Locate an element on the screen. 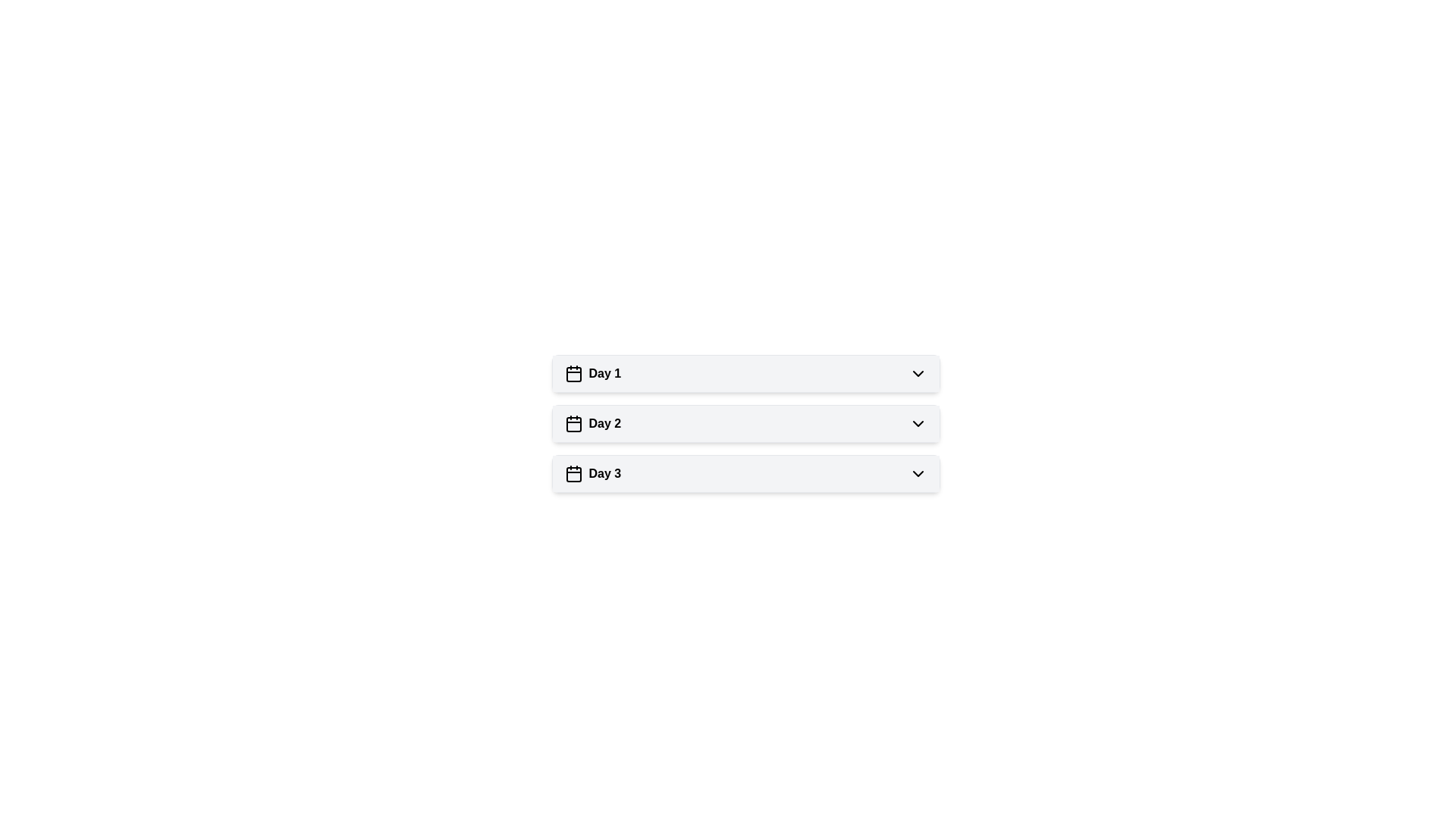 Image resolution: width=1456 pixels, height=819 pixels. the calendar icon that serves as a visual indicator for the date functionality associated with 'Day 1' is located at coordinates (573, 374).